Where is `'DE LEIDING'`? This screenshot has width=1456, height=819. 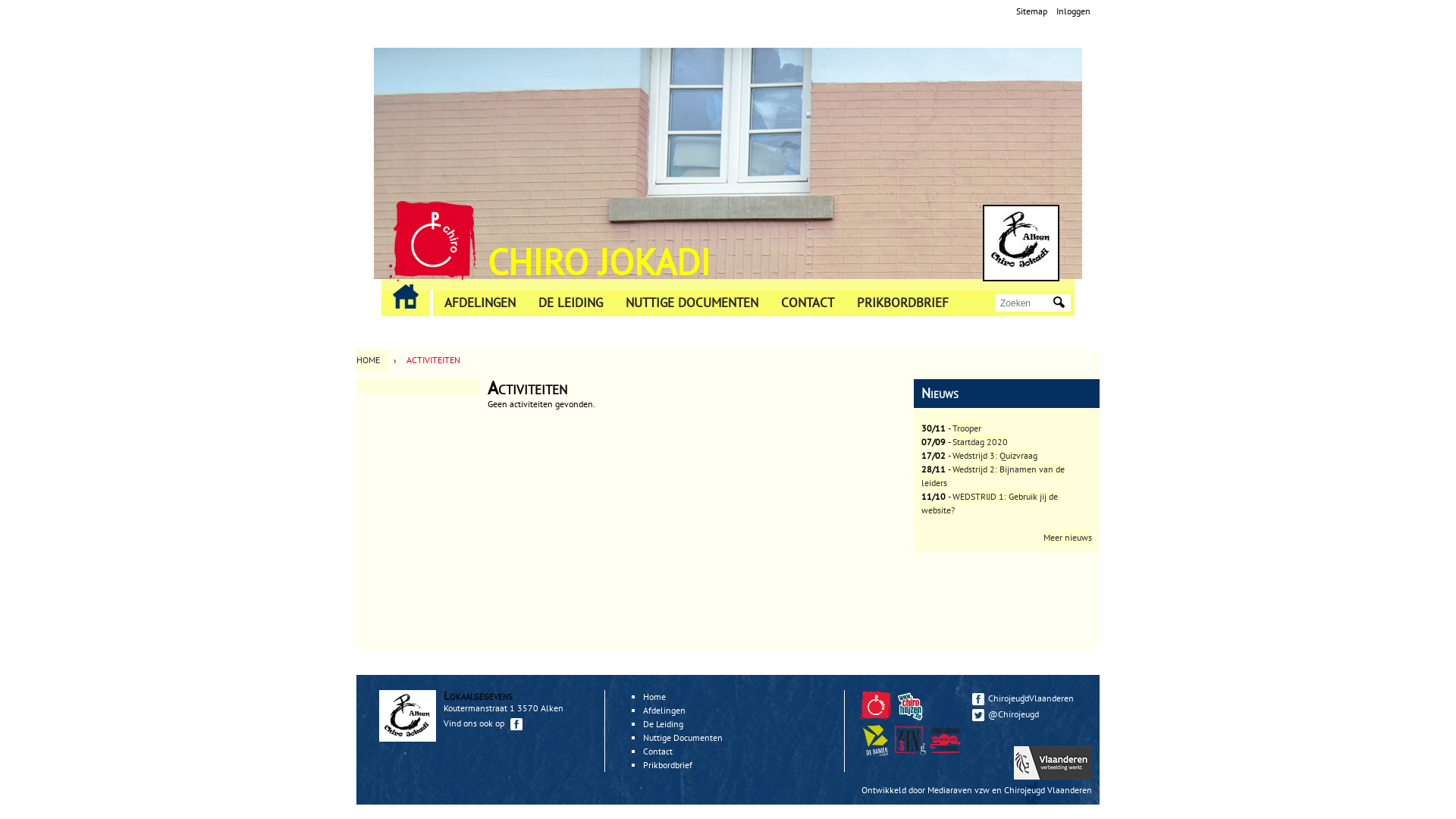
'DE LEIDING' is located at coordinates (527, 303).